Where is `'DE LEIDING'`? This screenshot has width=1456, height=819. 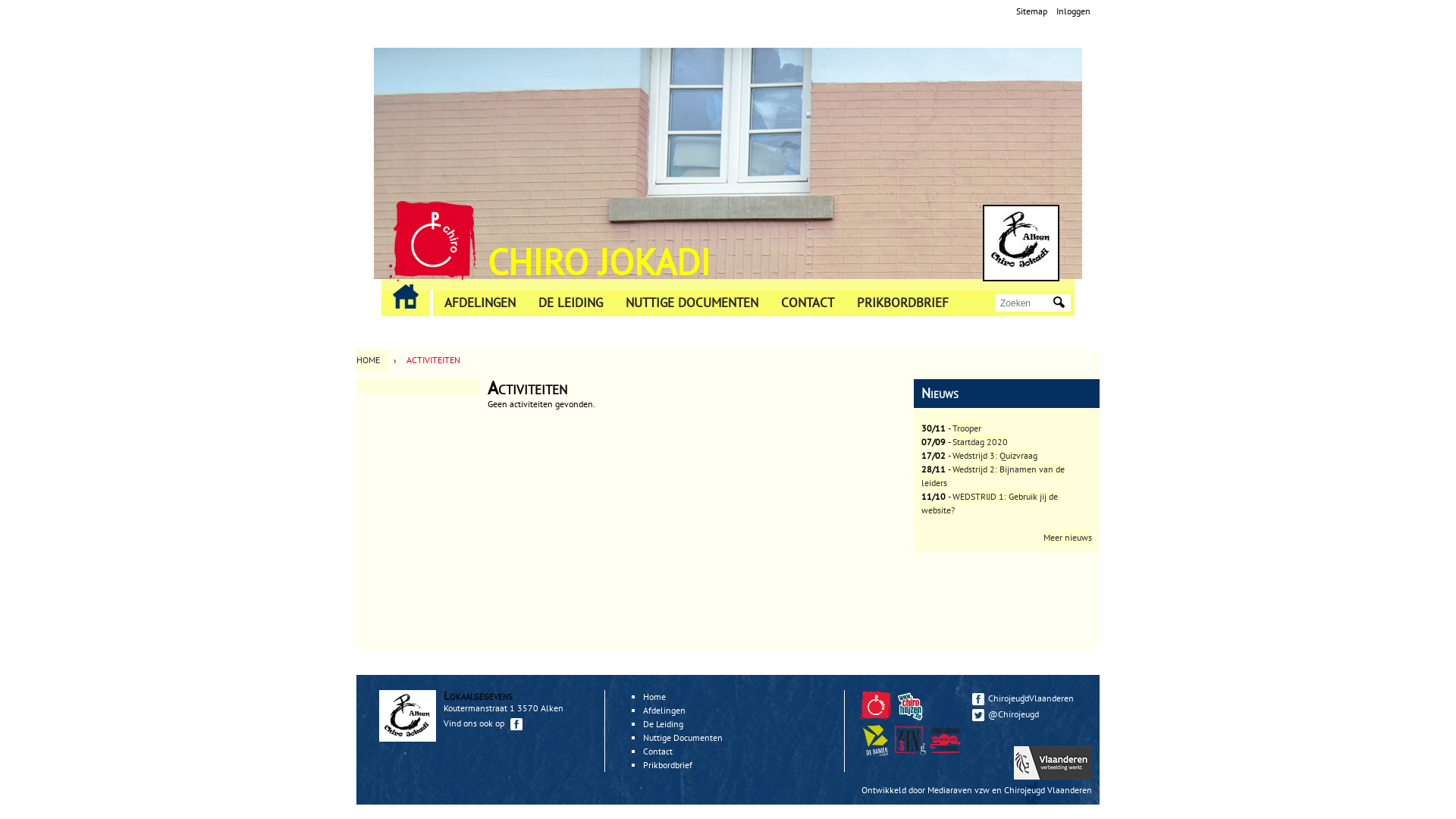
'DE LEIDING' is located at coordinates (527, 303).